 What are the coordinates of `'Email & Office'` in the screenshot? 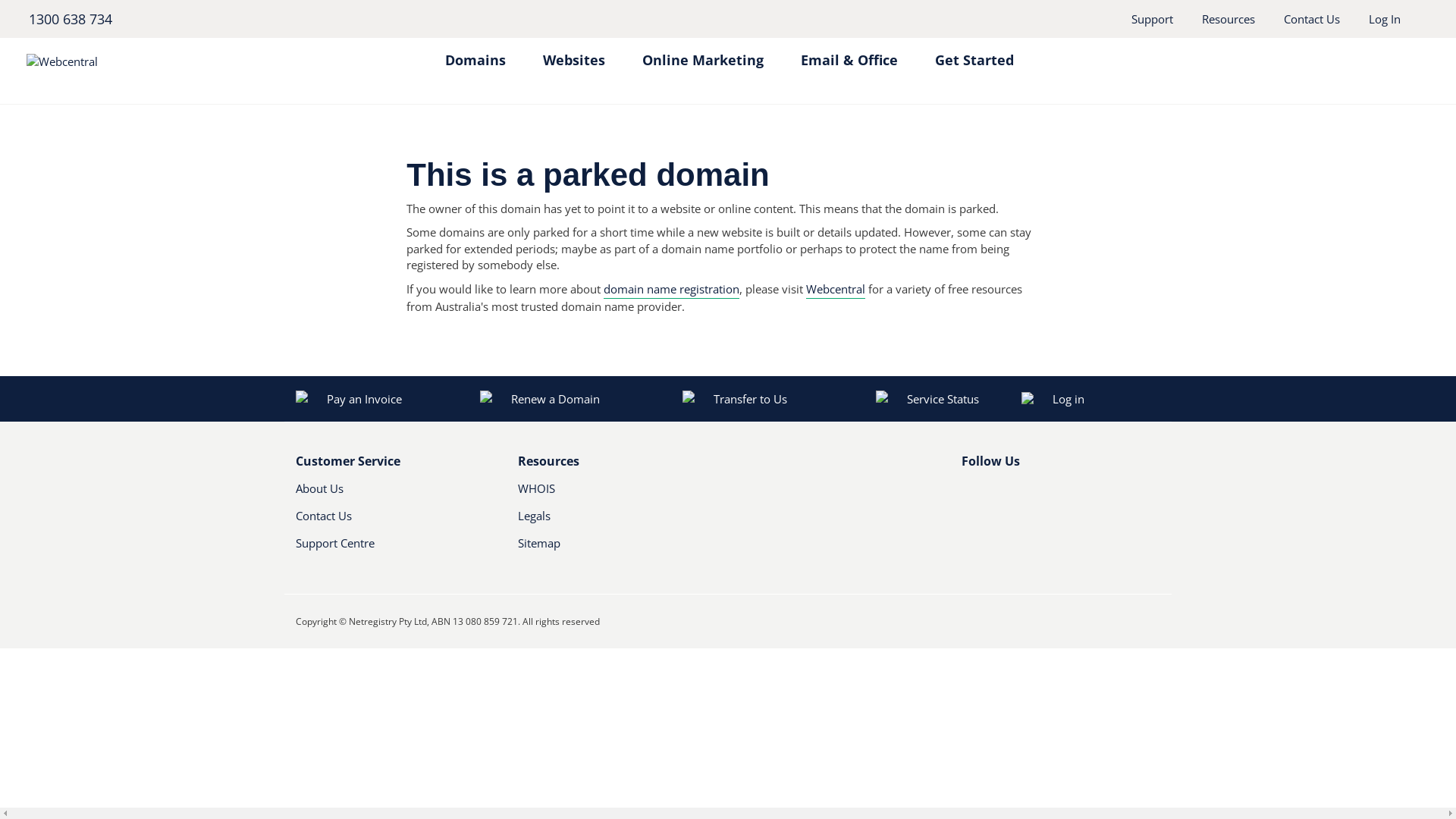 It's located at (848, 52).